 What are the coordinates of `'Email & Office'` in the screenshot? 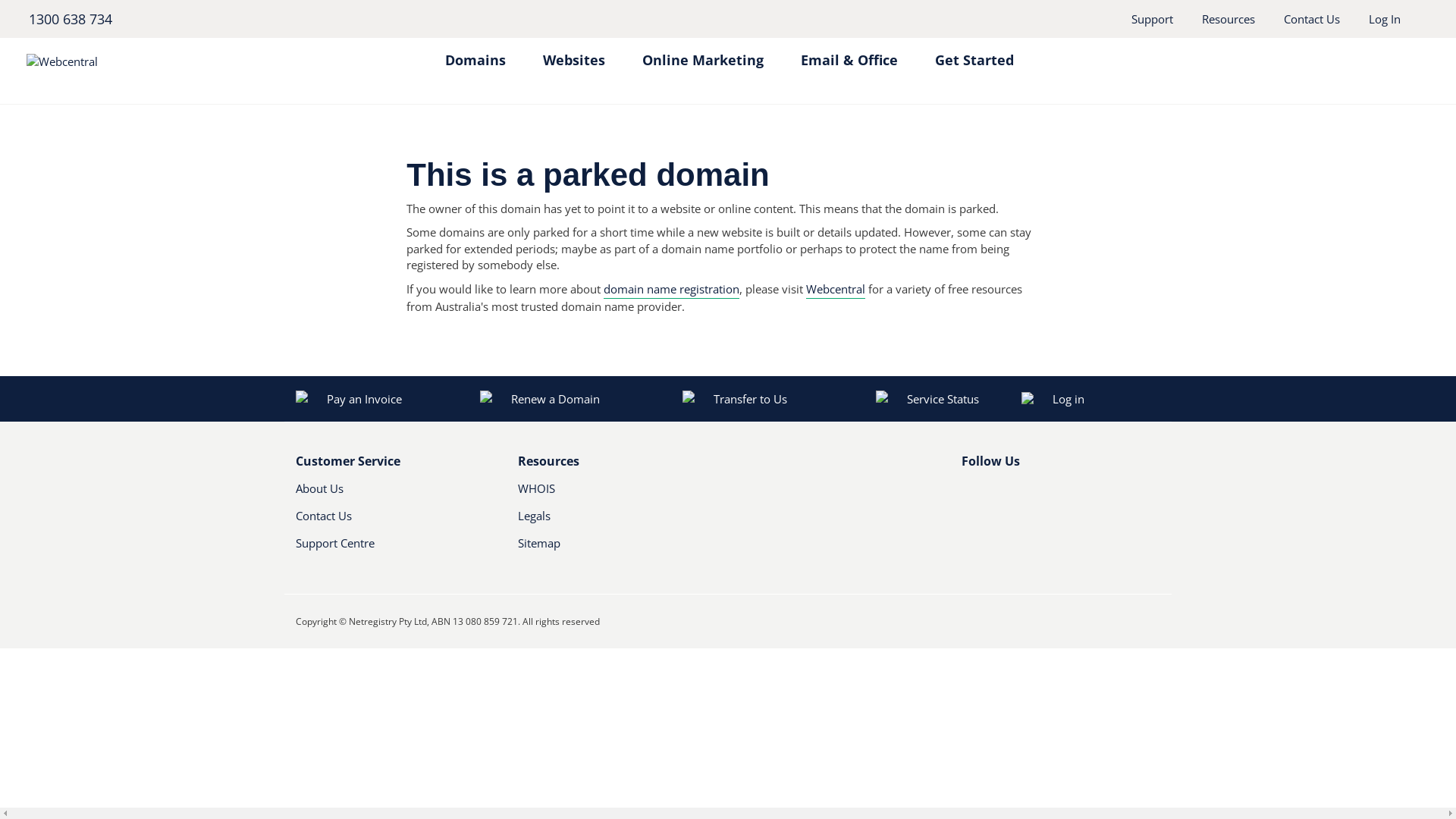 It's located at (848, 52).